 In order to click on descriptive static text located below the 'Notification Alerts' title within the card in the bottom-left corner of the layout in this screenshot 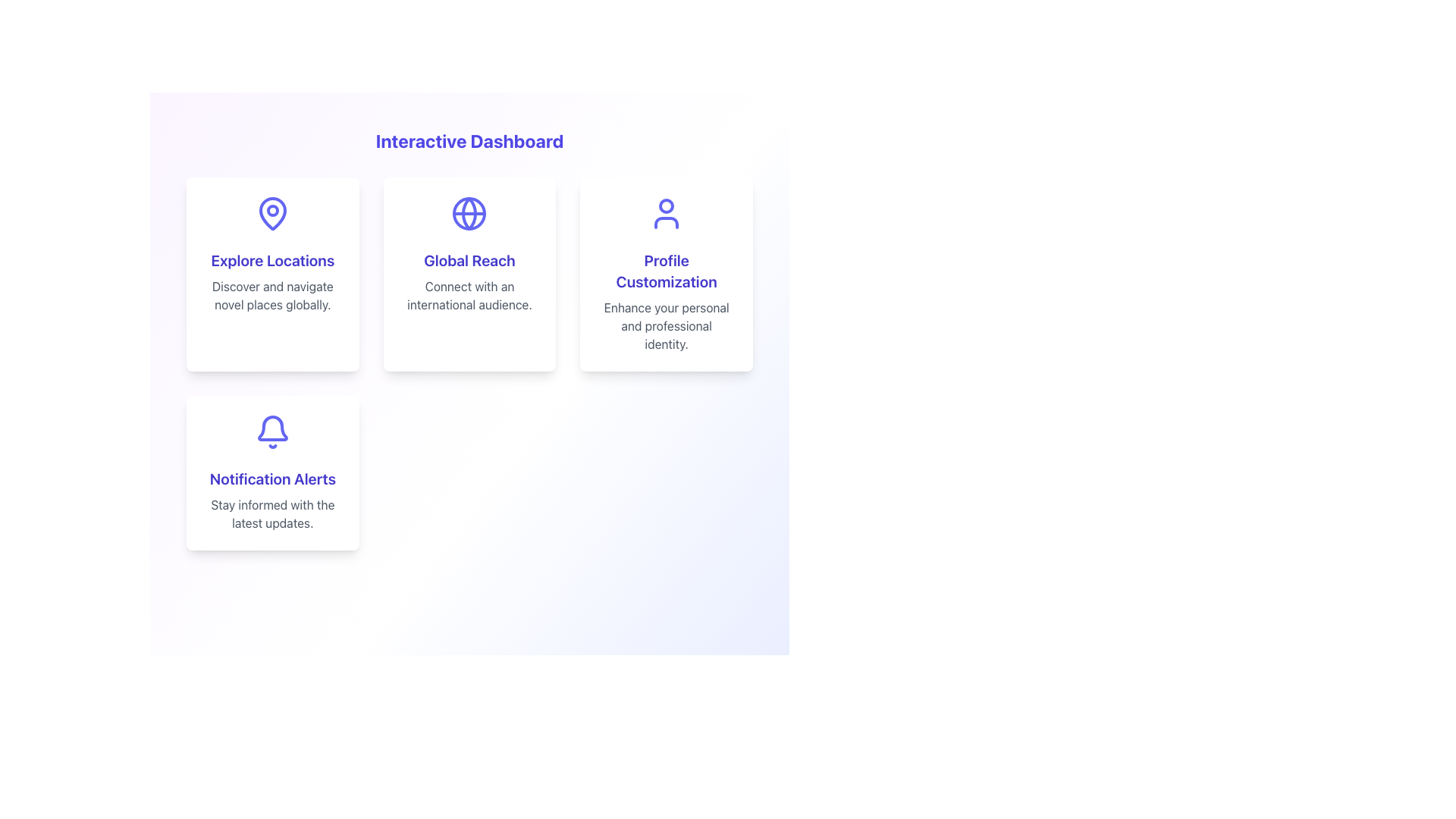, I will do `click(272, 513)`.